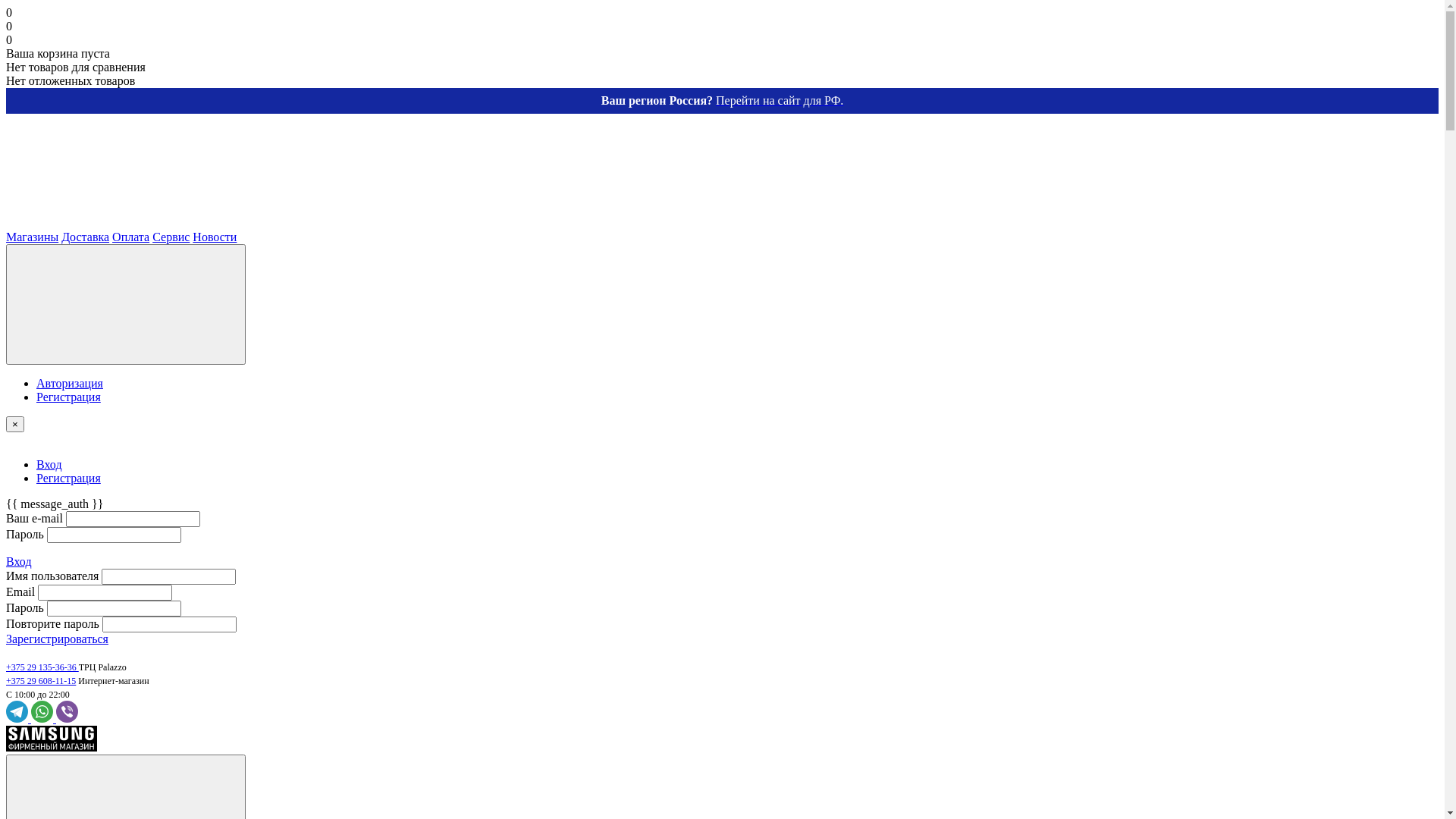 The height and width of the screenshot is (819, 1456). I want to click on '+375 29 608-11-15', so click(6, 680).